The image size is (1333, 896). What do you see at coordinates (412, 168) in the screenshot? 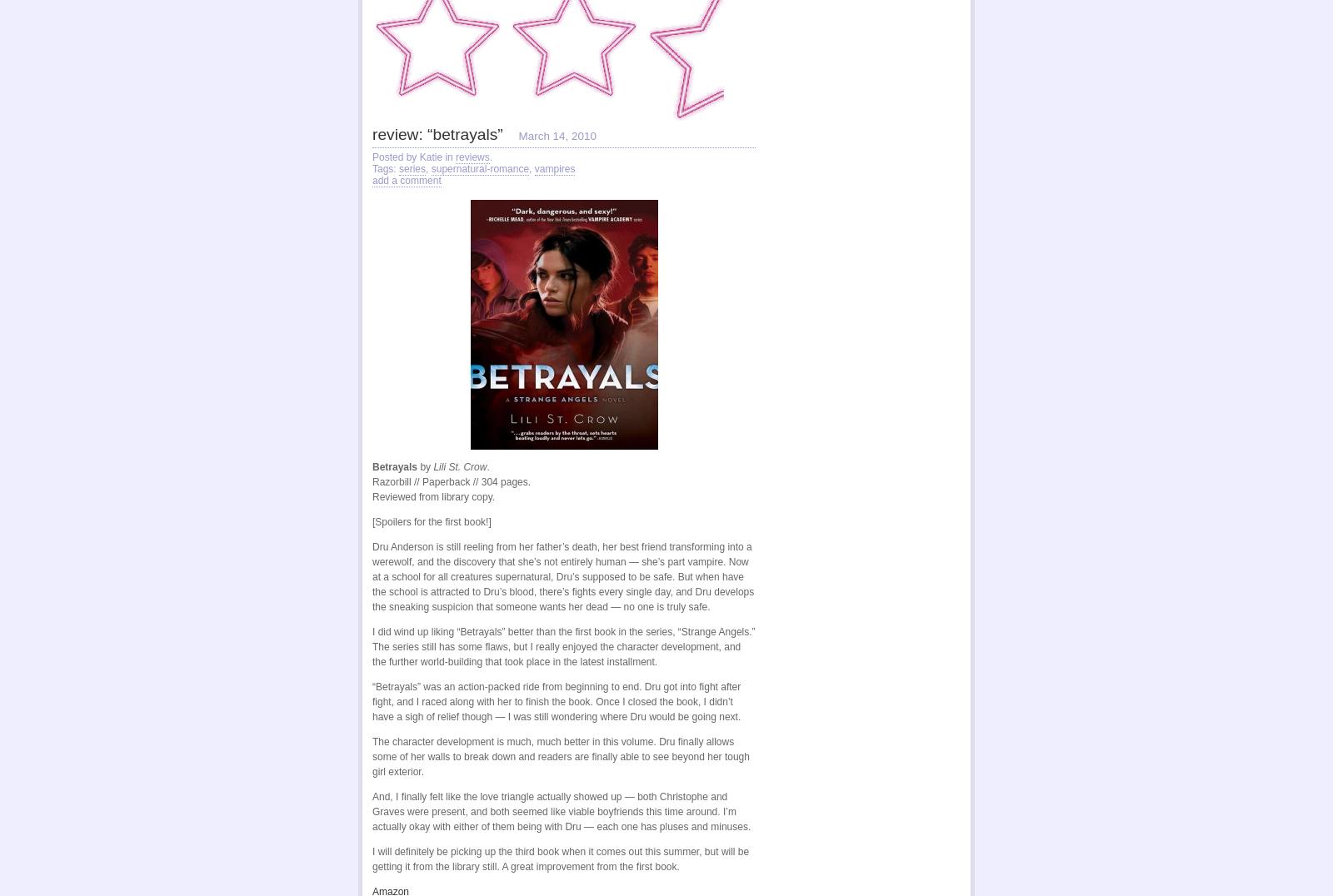
I see `'series'` at bounding box center [412, 168].